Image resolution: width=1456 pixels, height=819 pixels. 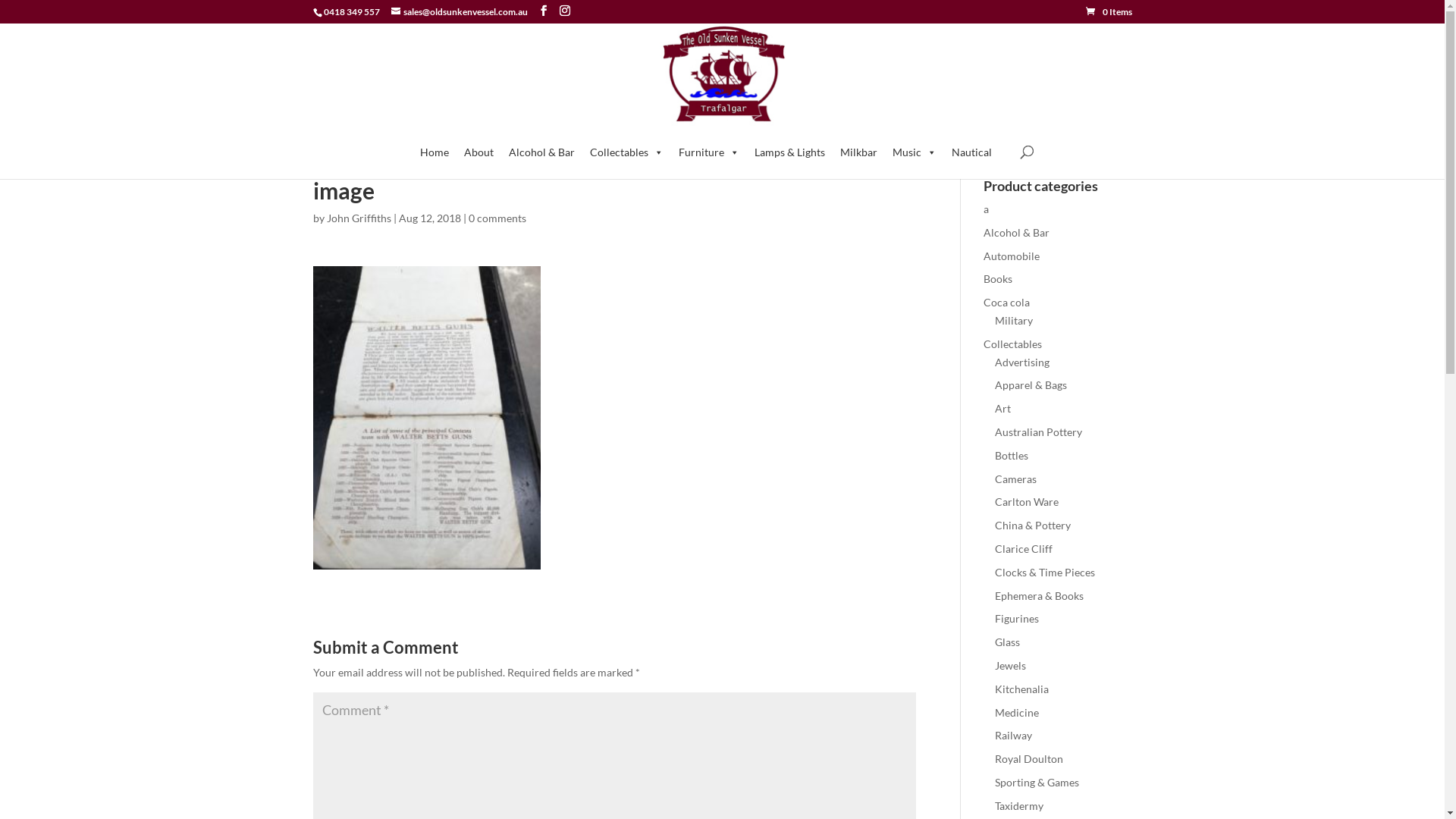 What do you see at coordinates (325, 218) in the screenshot?
I see `'John Griffiths'` at bounding box center [325, 218].